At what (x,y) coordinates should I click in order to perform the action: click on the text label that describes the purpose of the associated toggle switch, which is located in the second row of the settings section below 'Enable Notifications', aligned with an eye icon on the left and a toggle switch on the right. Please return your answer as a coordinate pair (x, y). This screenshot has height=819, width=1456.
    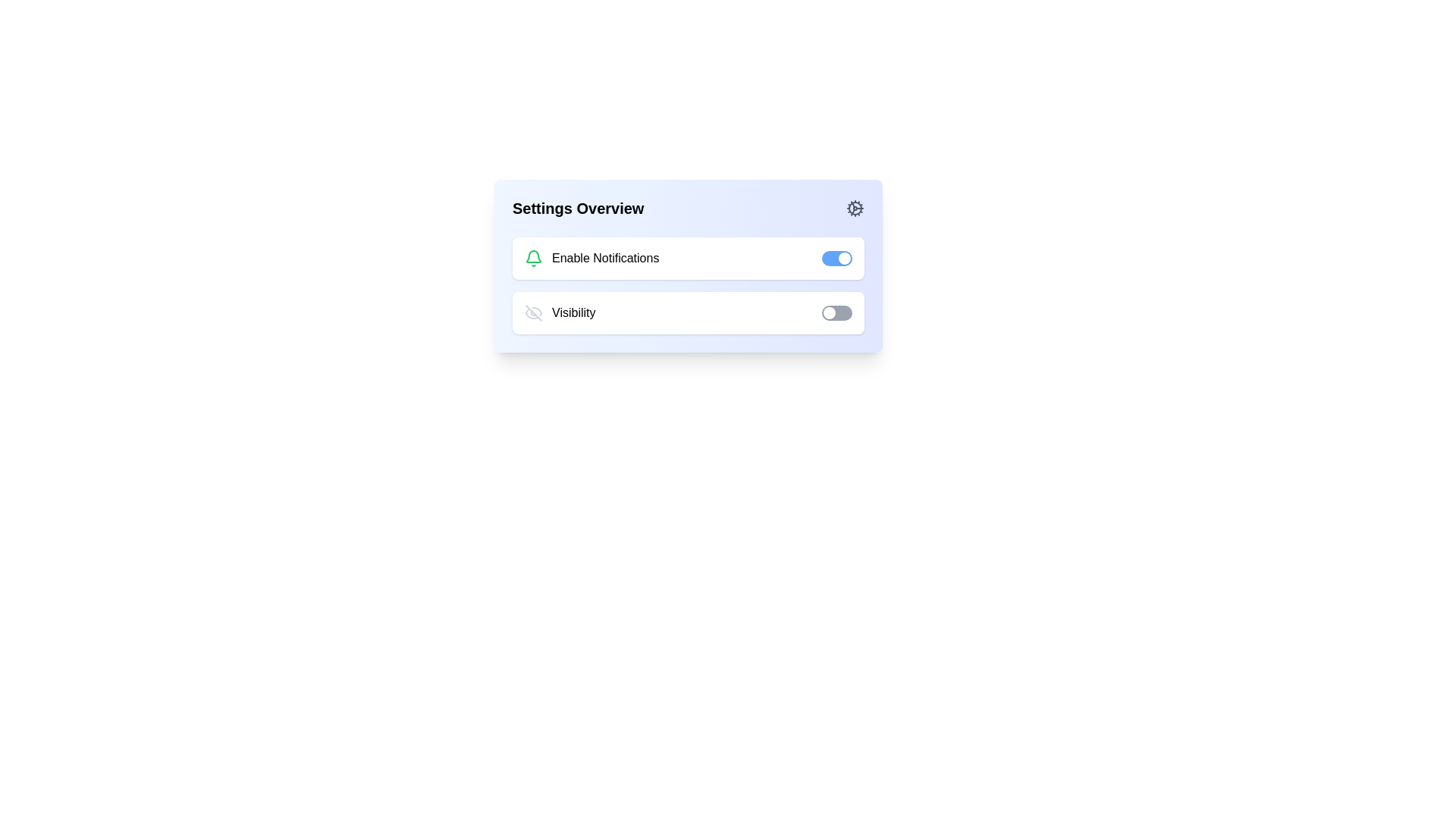
    Looking at the image, I should click on (573, 312).